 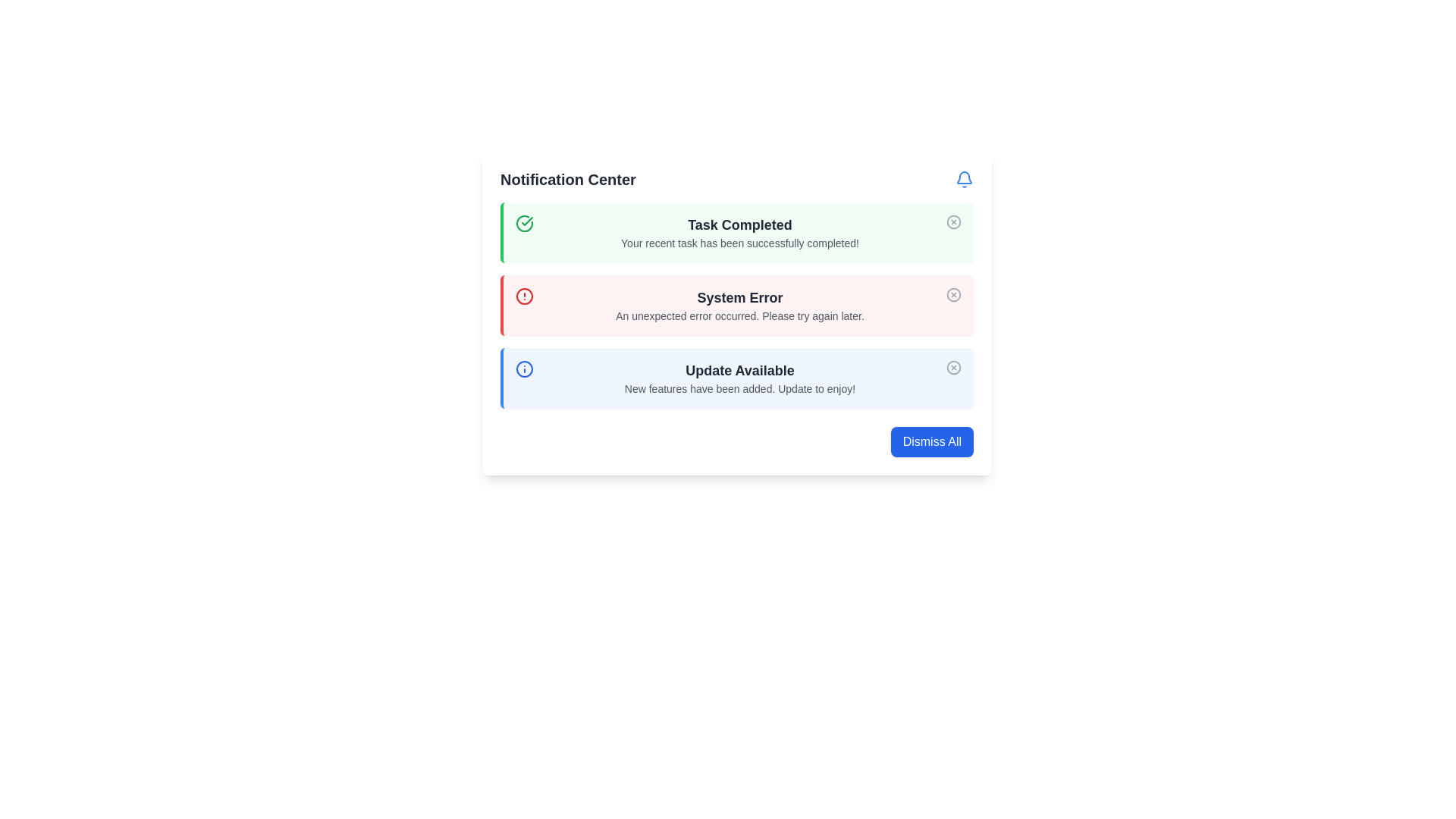 What do you see at coordinates (952, 295) in the screenshot?
I see `the cancel icon located at the far right of the notification message with a light red background` at bounding box center [952, 295].